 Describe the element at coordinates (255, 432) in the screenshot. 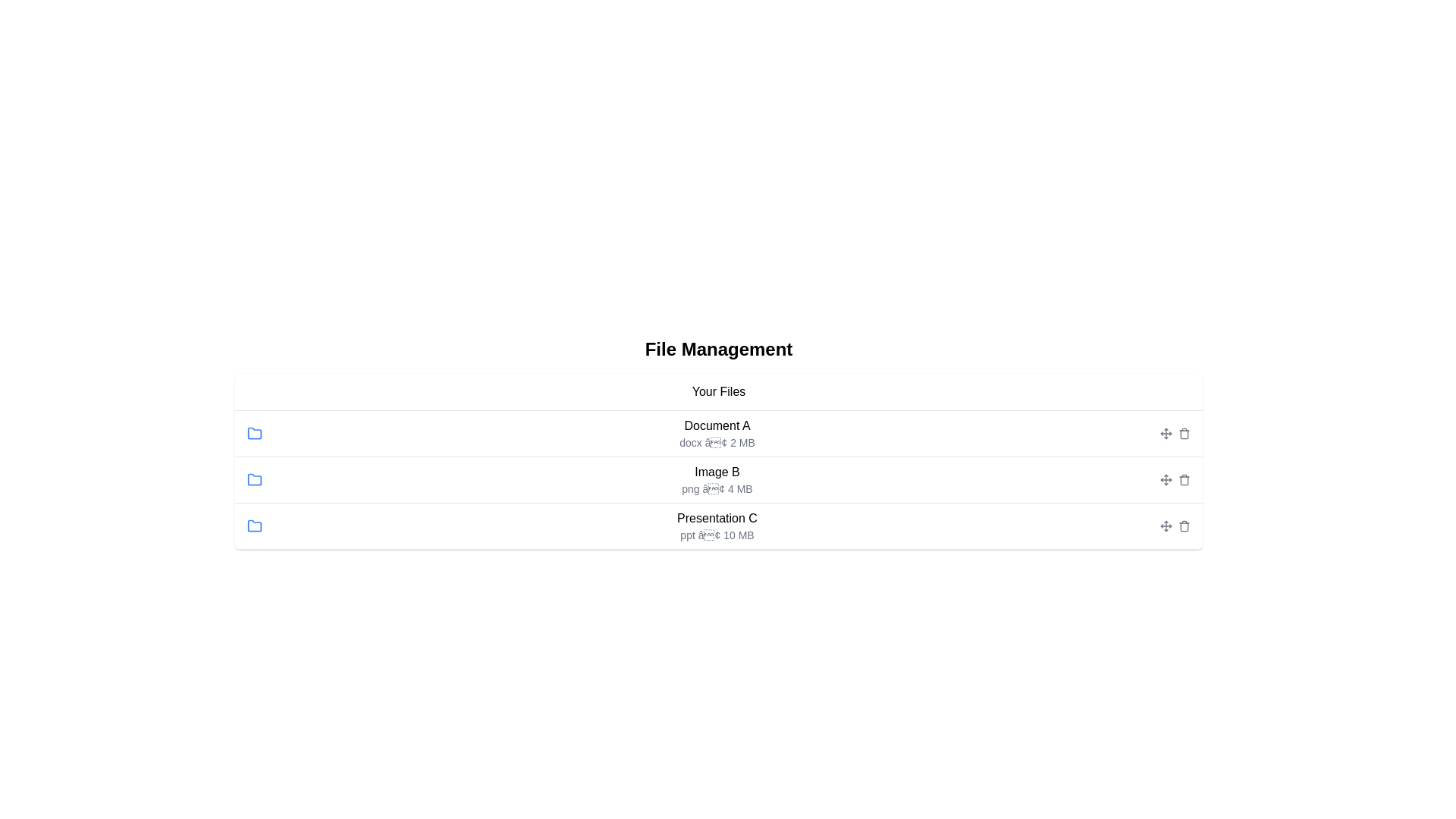

I see `the blue folder icon located to the left of the second row entry in the file list` at that location.